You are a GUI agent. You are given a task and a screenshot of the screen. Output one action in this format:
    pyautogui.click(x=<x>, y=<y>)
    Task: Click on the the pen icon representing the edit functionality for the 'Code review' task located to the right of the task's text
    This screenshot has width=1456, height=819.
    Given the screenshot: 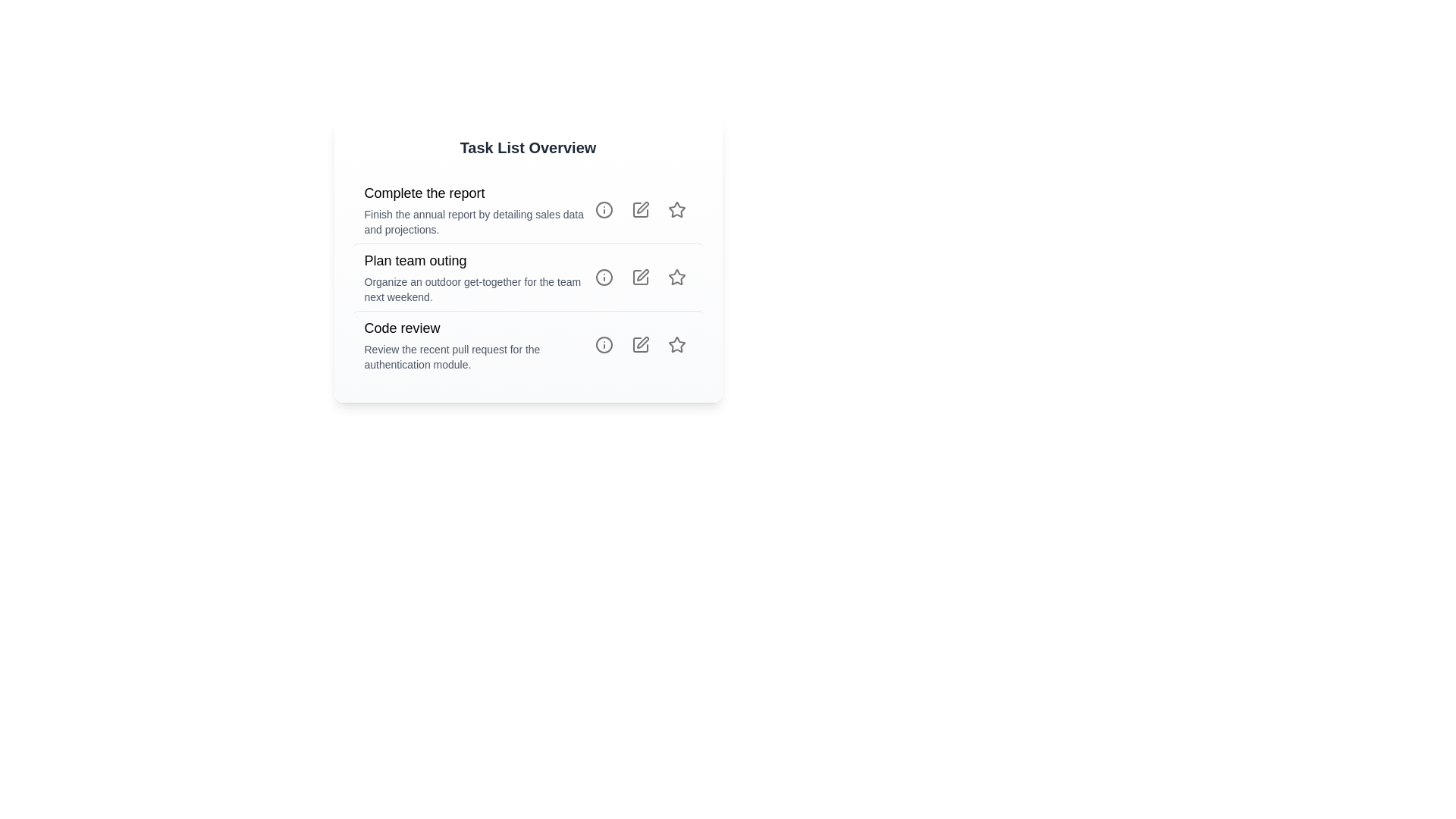 What is the action you would take?
    pyautogui.click(x=640, y=345)
    